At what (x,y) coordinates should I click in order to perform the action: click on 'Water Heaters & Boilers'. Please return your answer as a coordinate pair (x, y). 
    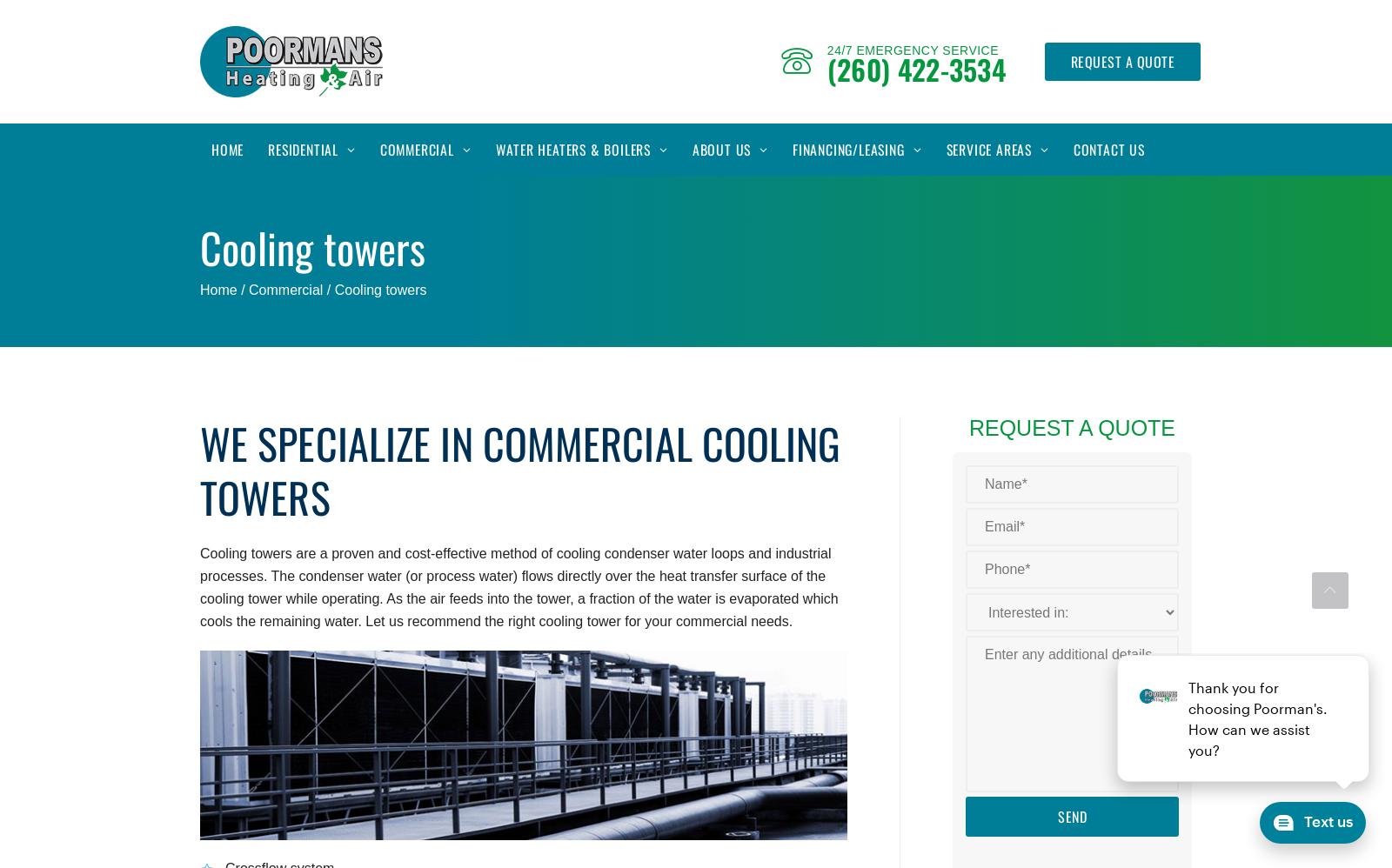
    Looking at the image, I should click on (572, 147).